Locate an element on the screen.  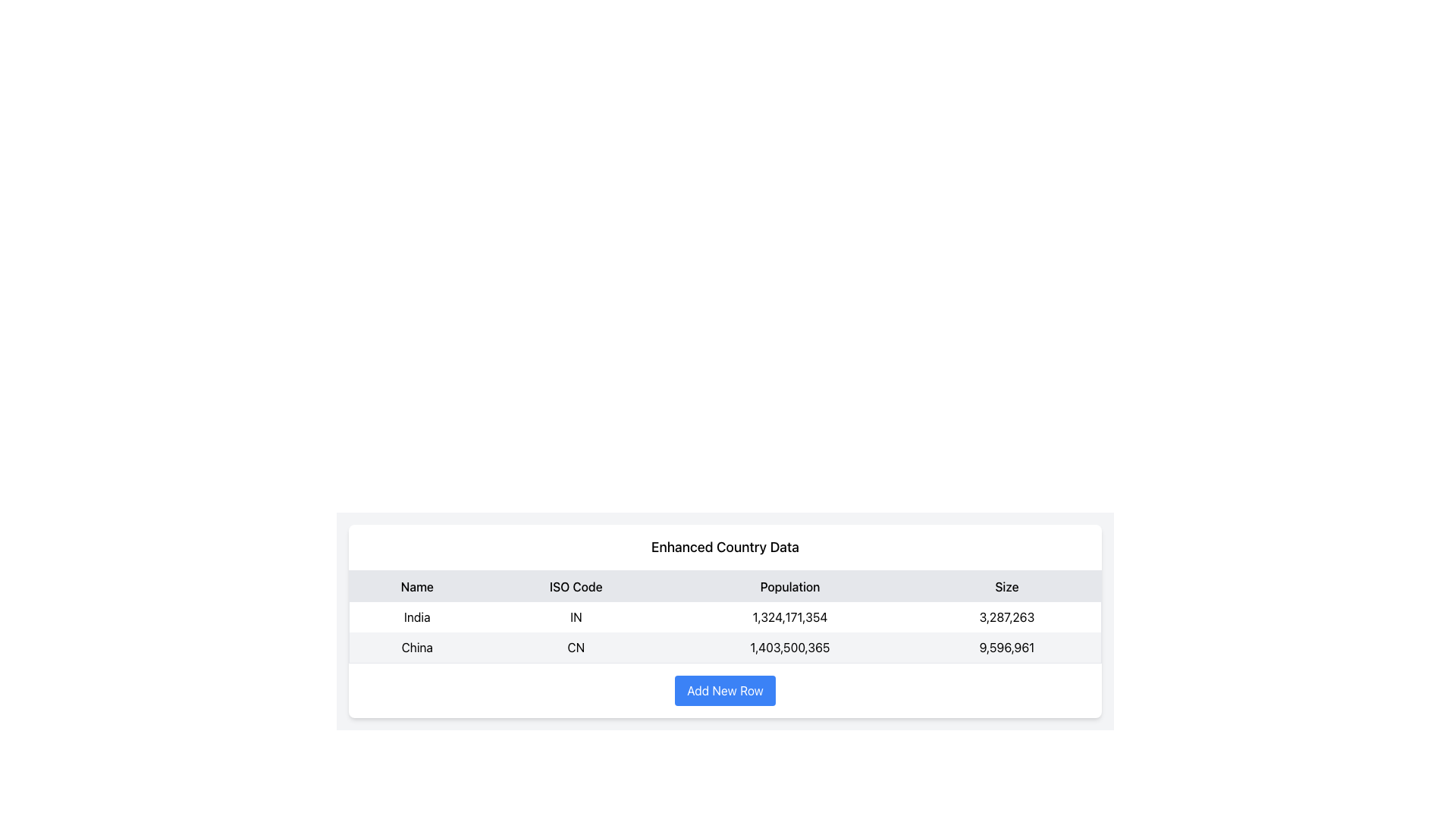
the 'Add New Row' button, which is a rectangular button with rounded edges and a blue background, located at the bottom of the 'Enhanced Country Data' table is located at coordinates (724, 690).